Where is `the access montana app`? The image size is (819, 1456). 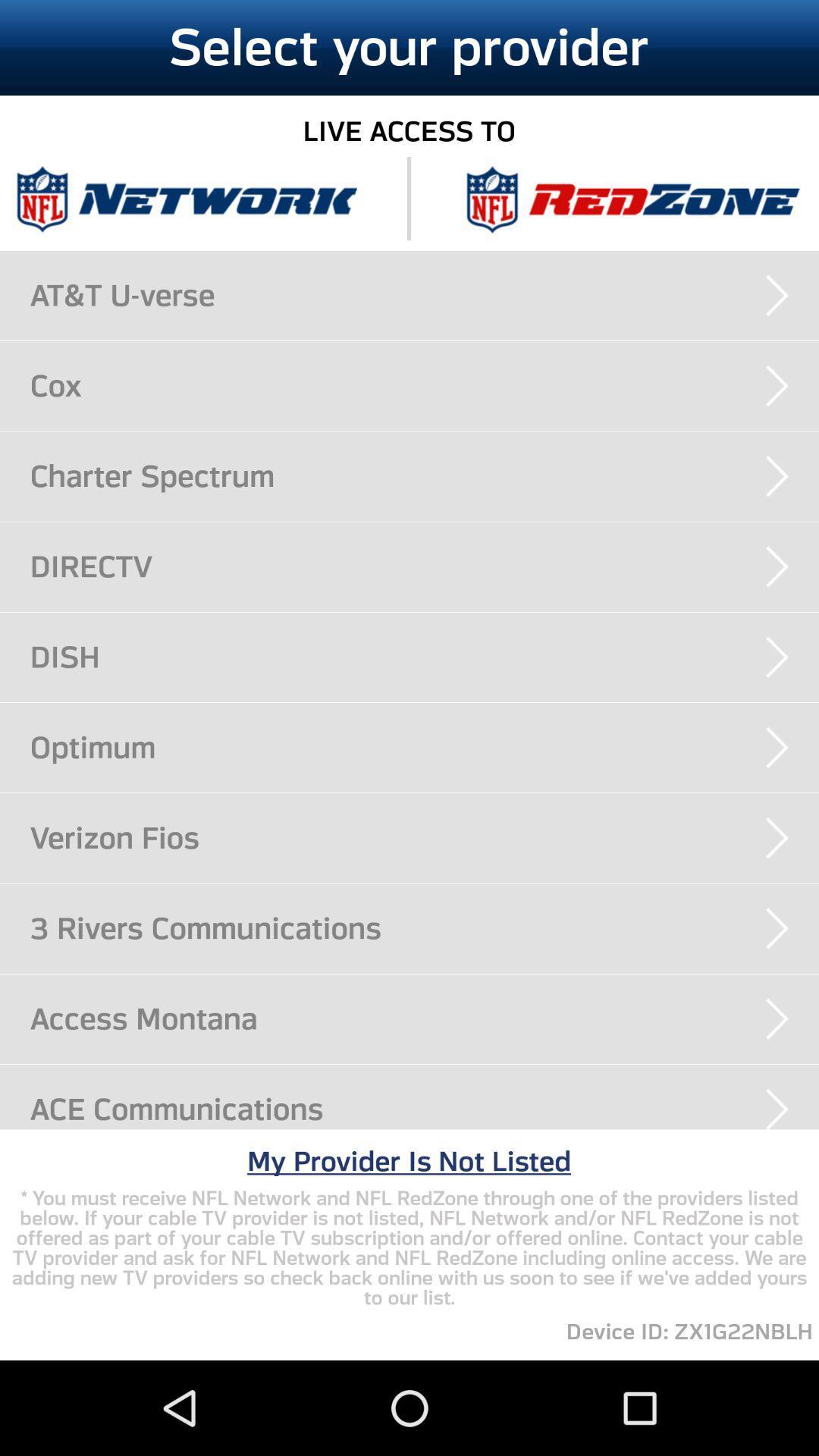 the access montana app is located at coordinates (424, 1018).